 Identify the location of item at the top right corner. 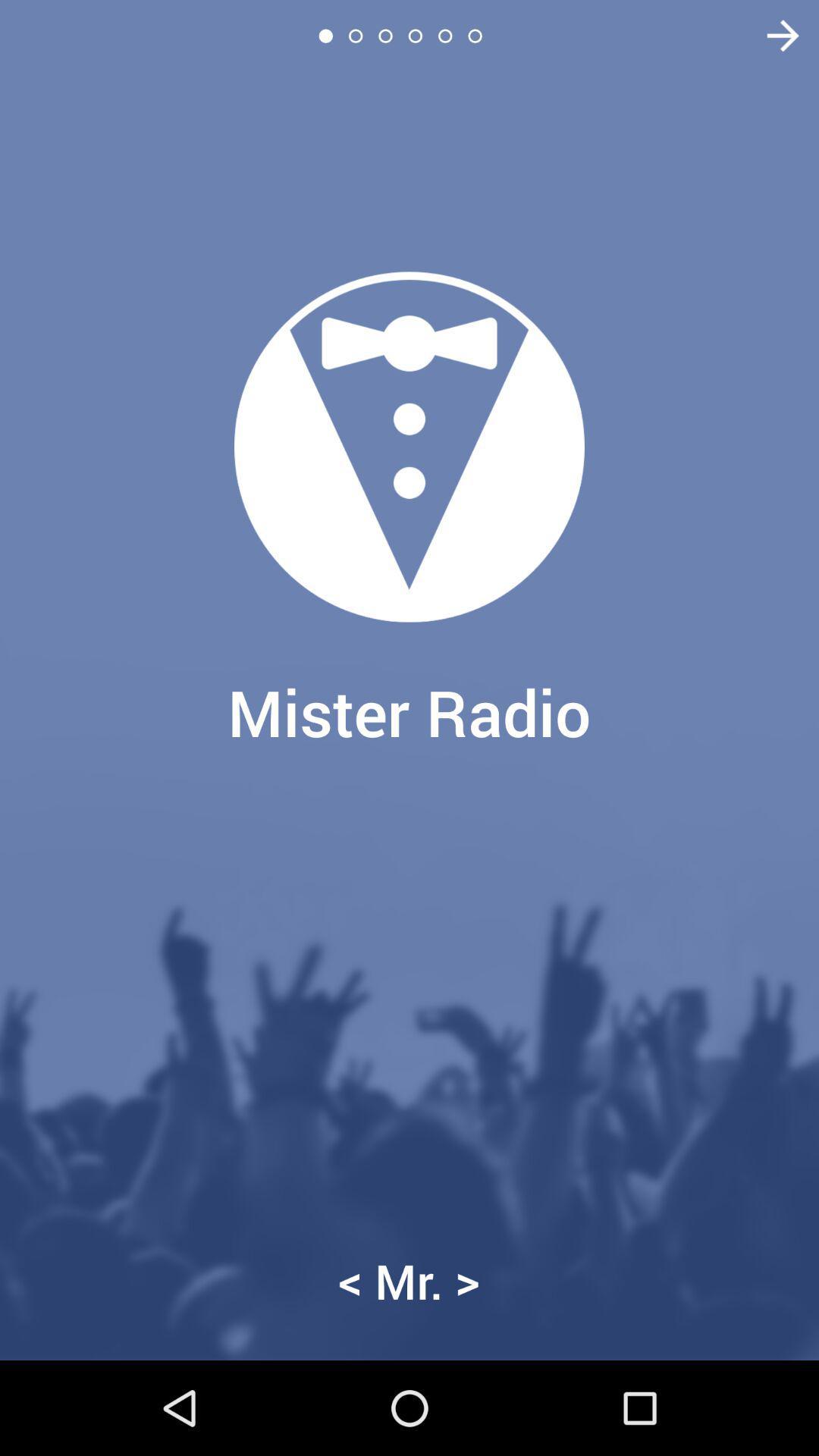
(773, 36).